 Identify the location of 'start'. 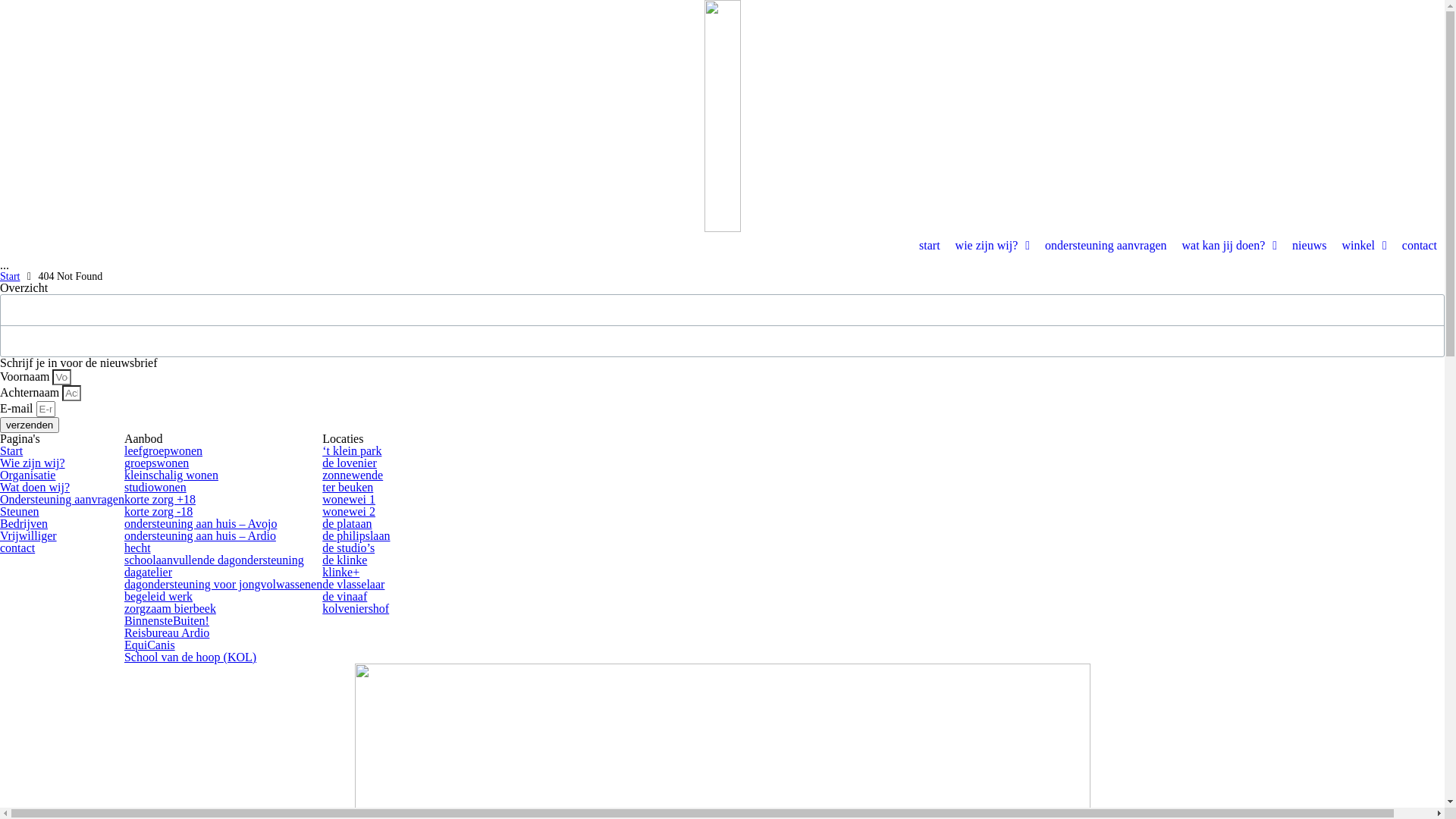
(928, 245).